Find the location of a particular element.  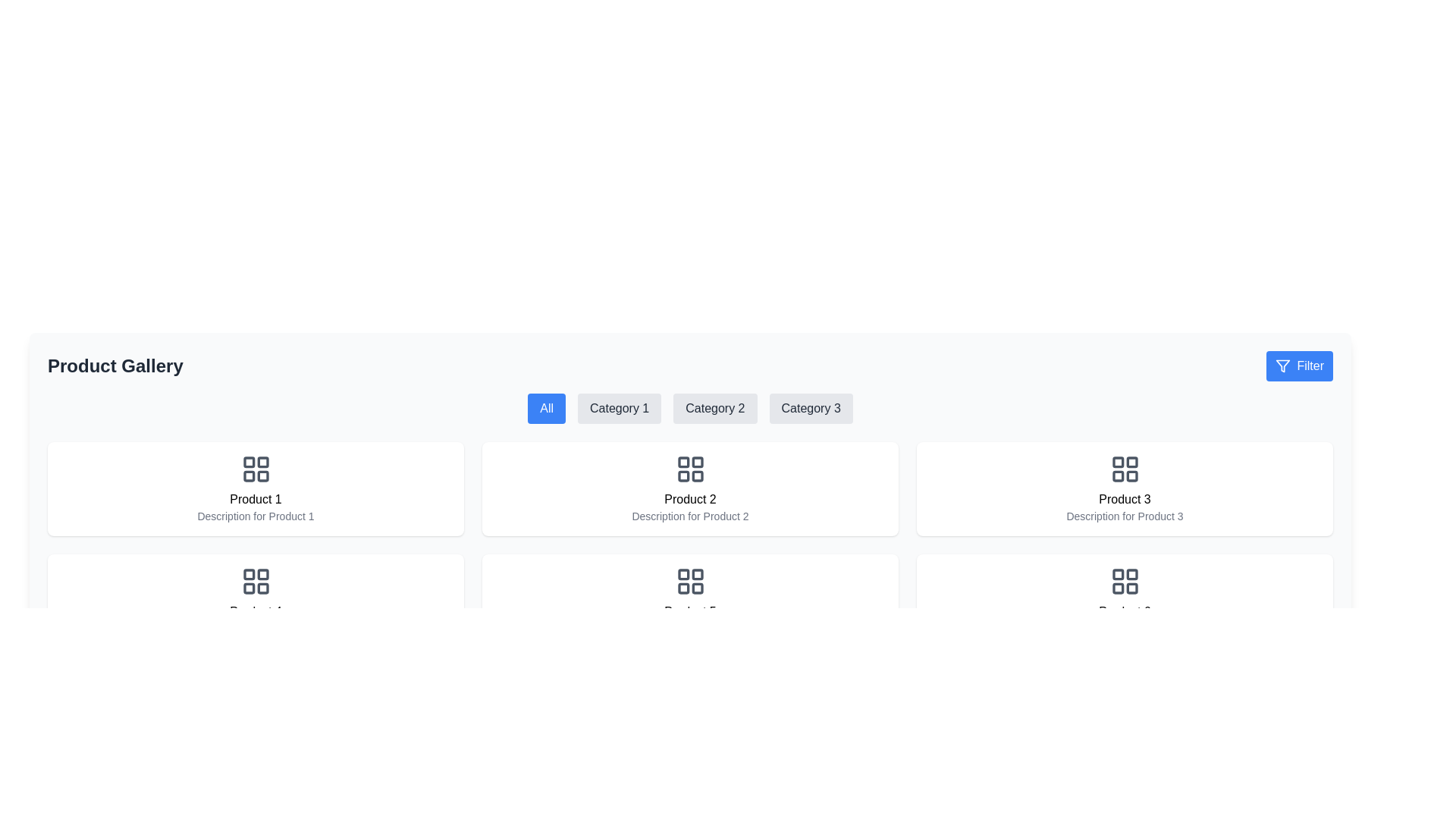

the decorative icon representing 'Product 3', which is the second square in the top row of a 2x2 grid is located at coordinates (1131, 461).